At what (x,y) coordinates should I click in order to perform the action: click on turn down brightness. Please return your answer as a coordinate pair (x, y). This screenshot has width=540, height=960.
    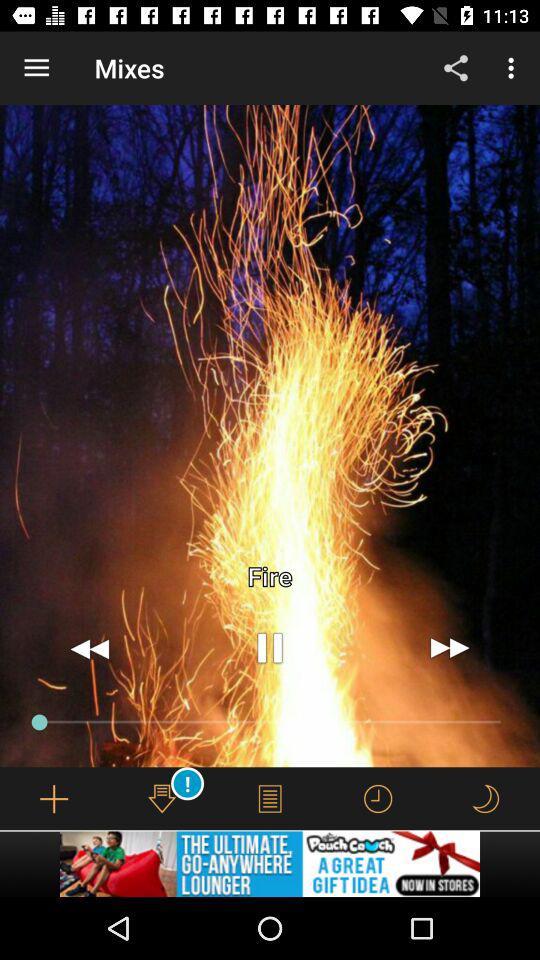
    Looking at the image, I should click on (484, 798).